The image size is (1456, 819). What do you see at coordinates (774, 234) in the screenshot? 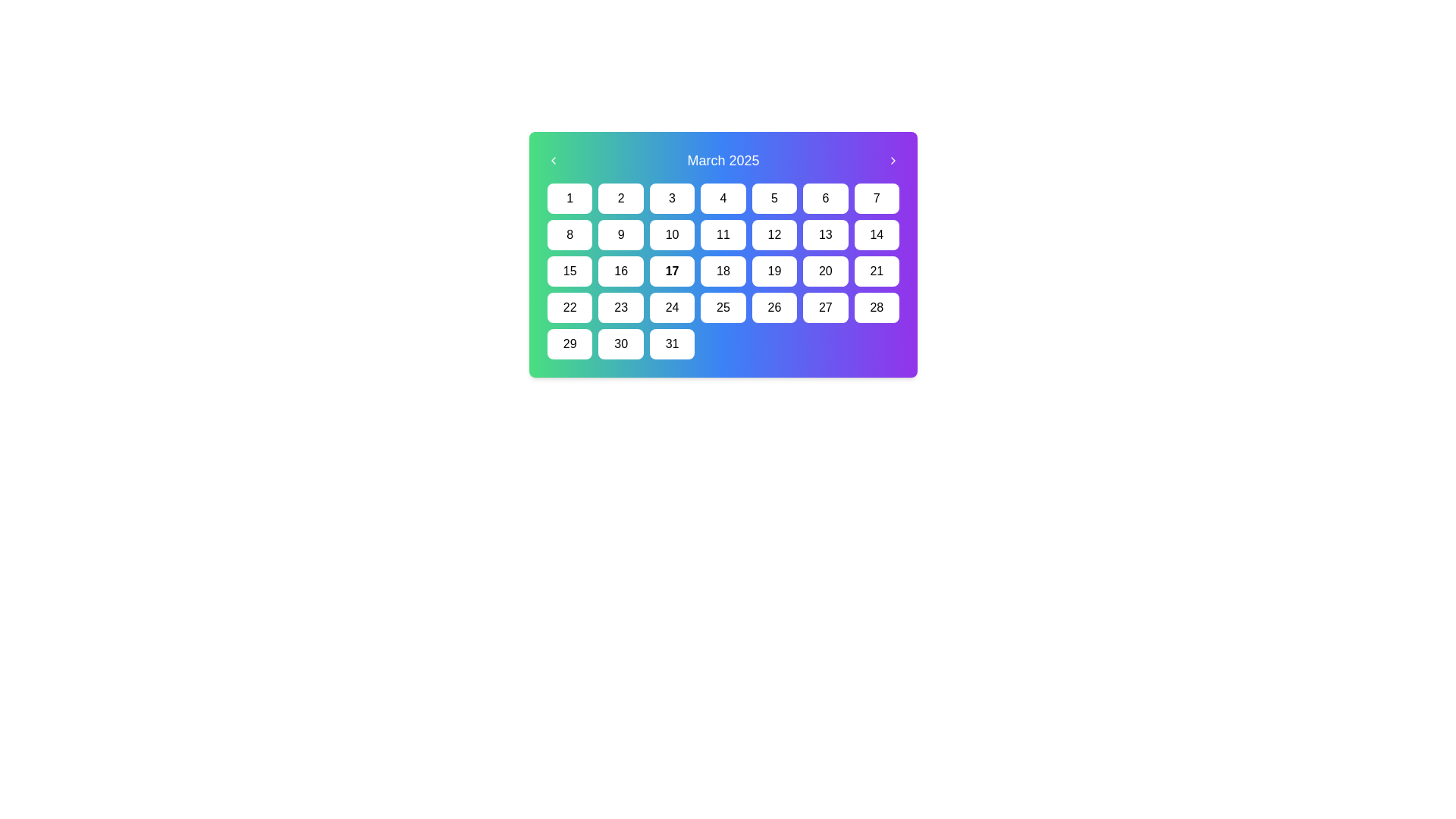
I see `the rectangular button displaying the number '12', which has a white background and rounded corners, located in the second row and fifth column of a grid layout` at bounding box center [774, 234].